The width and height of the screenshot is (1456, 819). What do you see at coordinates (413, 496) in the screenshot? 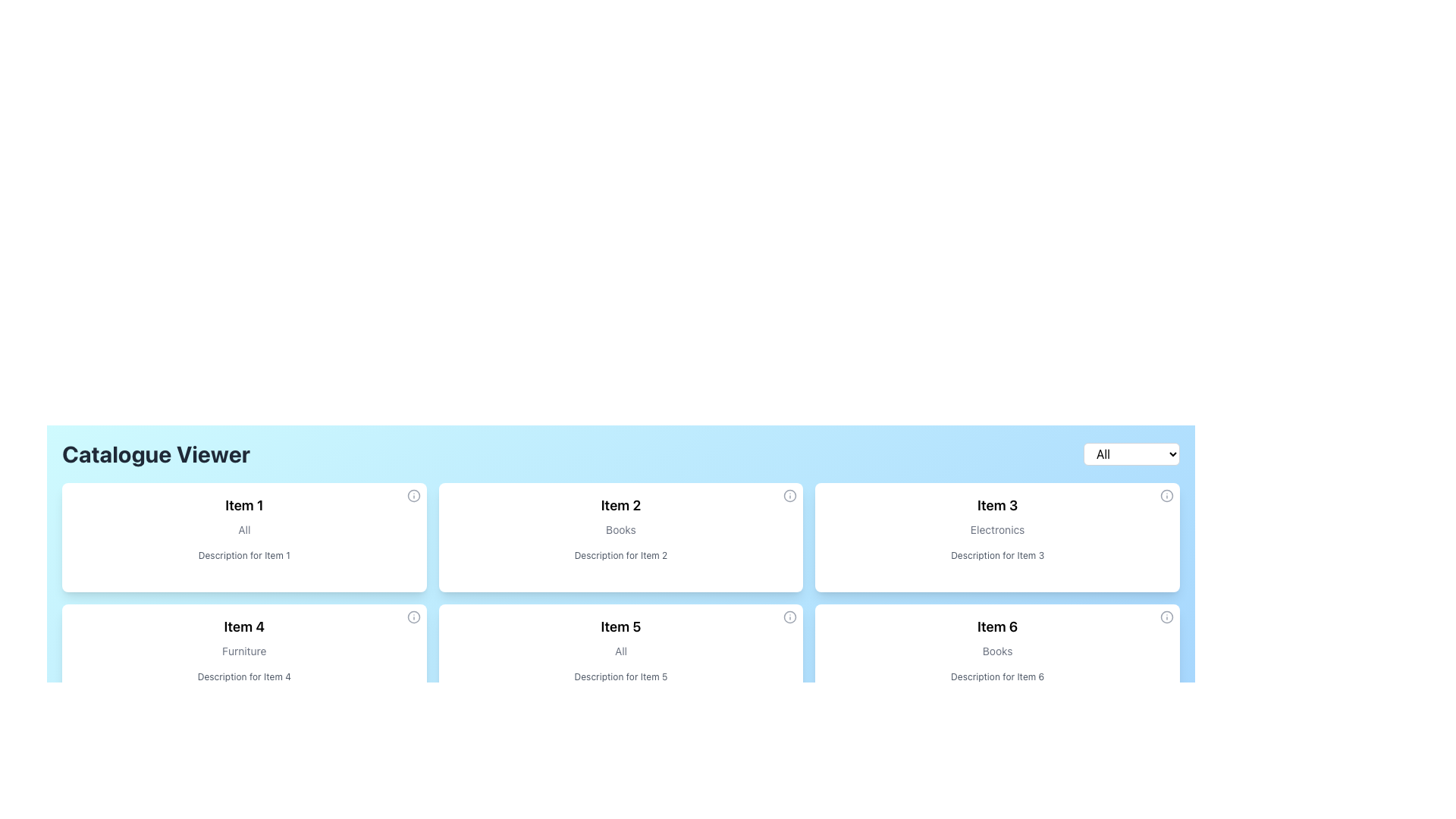
I see `the circular vector graphic element located in the top-right corner of the 'Item 1' card, which has a thin border and a circular center` at bounding box center [413, 496].